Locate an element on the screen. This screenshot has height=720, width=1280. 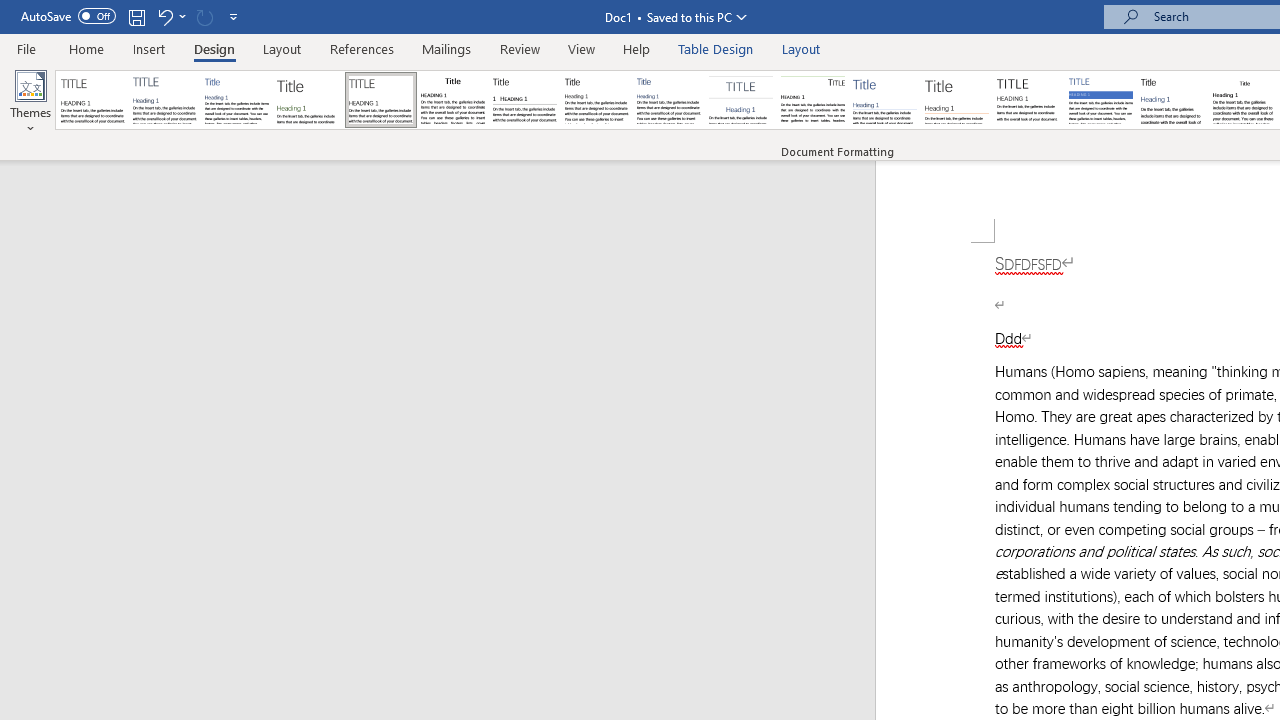
'Layout' is located at coordinates (801, 48).